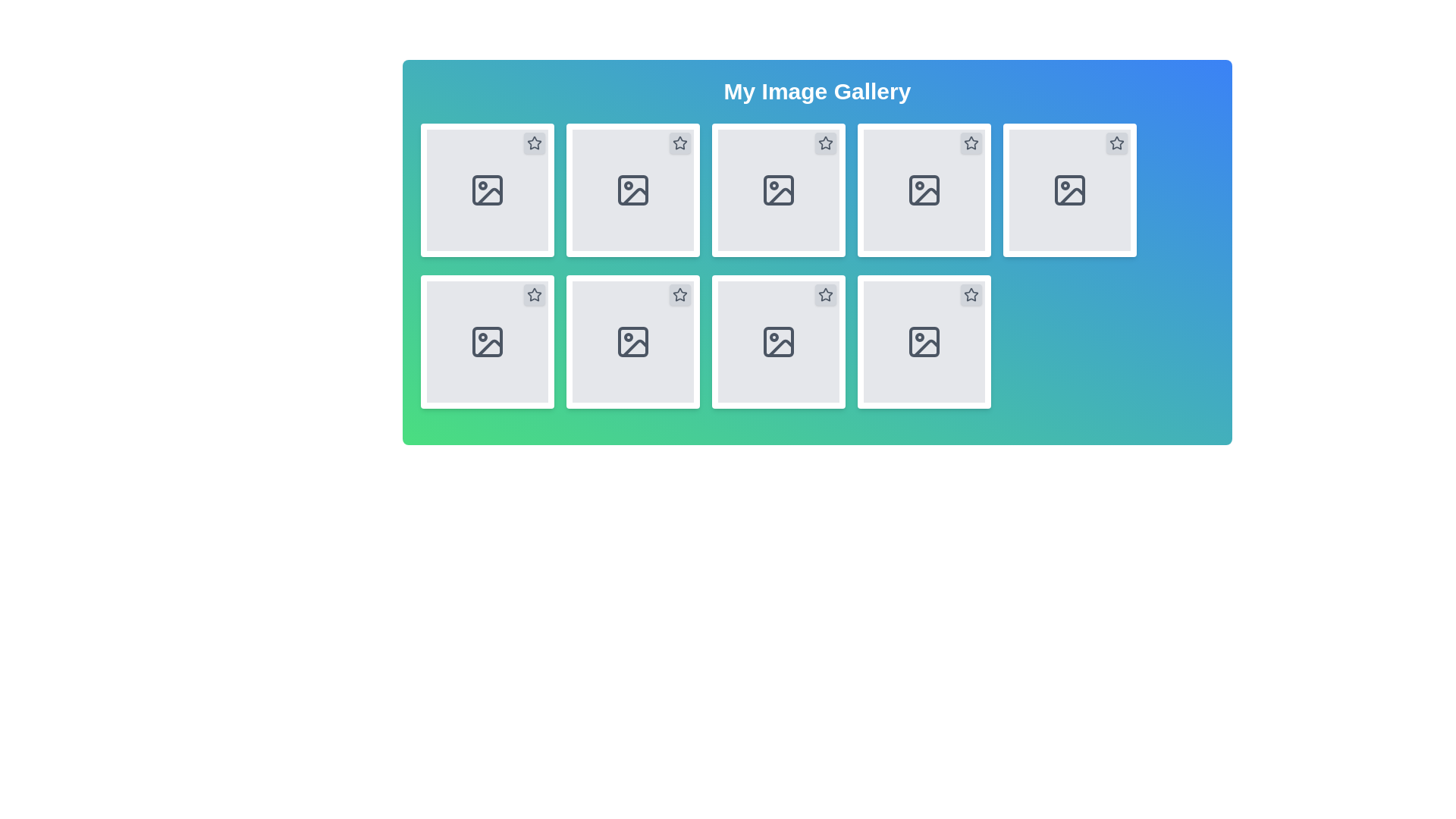 This screenshot has height=819, width=1456. I want to click on the image thumbnail located as the fourth item in the first row of a gallery grid, so click(924, 189).